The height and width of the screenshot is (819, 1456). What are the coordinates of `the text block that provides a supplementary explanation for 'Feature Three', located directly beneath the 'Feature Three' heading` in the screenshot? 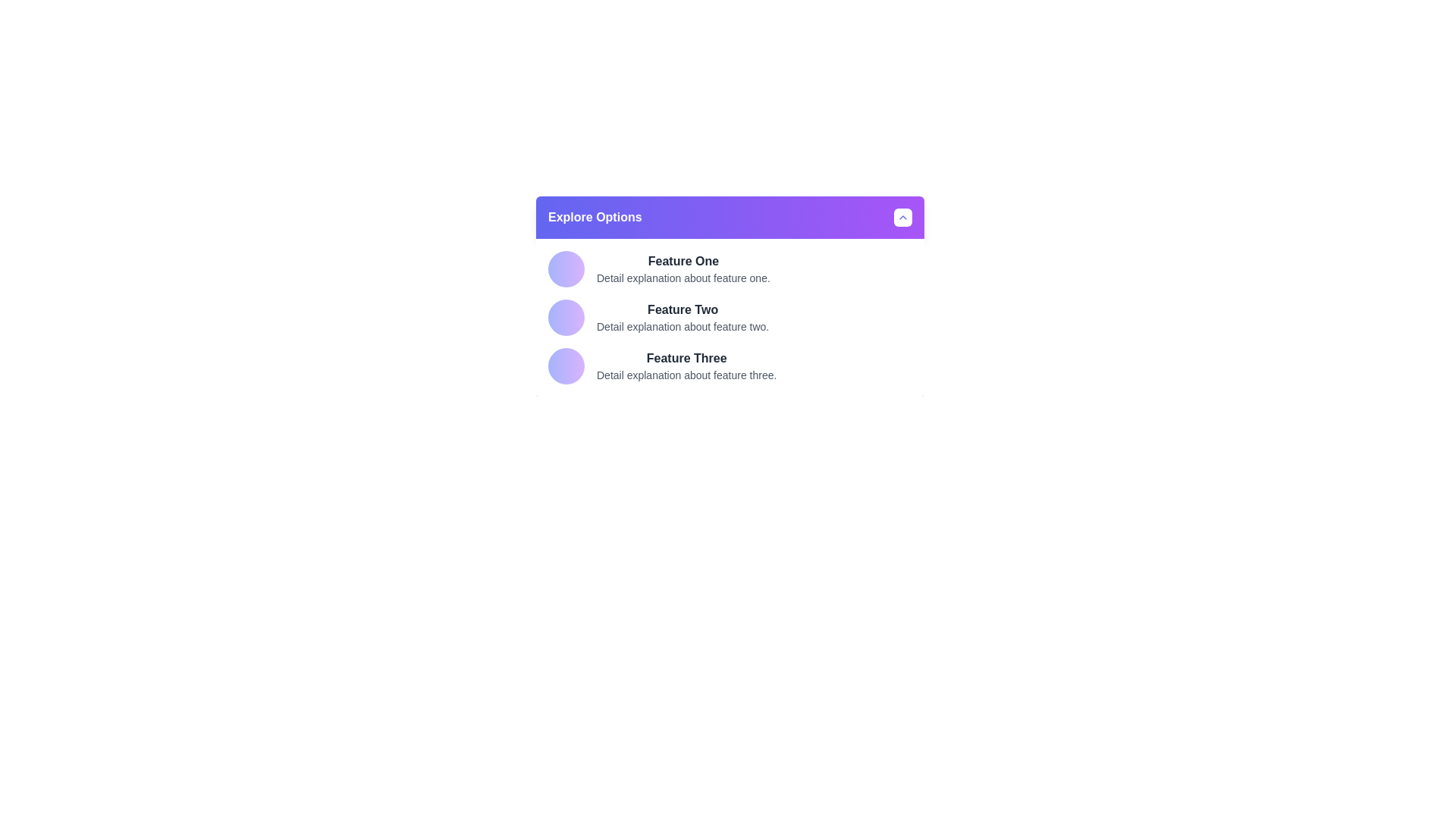 It's located at (686, 375).